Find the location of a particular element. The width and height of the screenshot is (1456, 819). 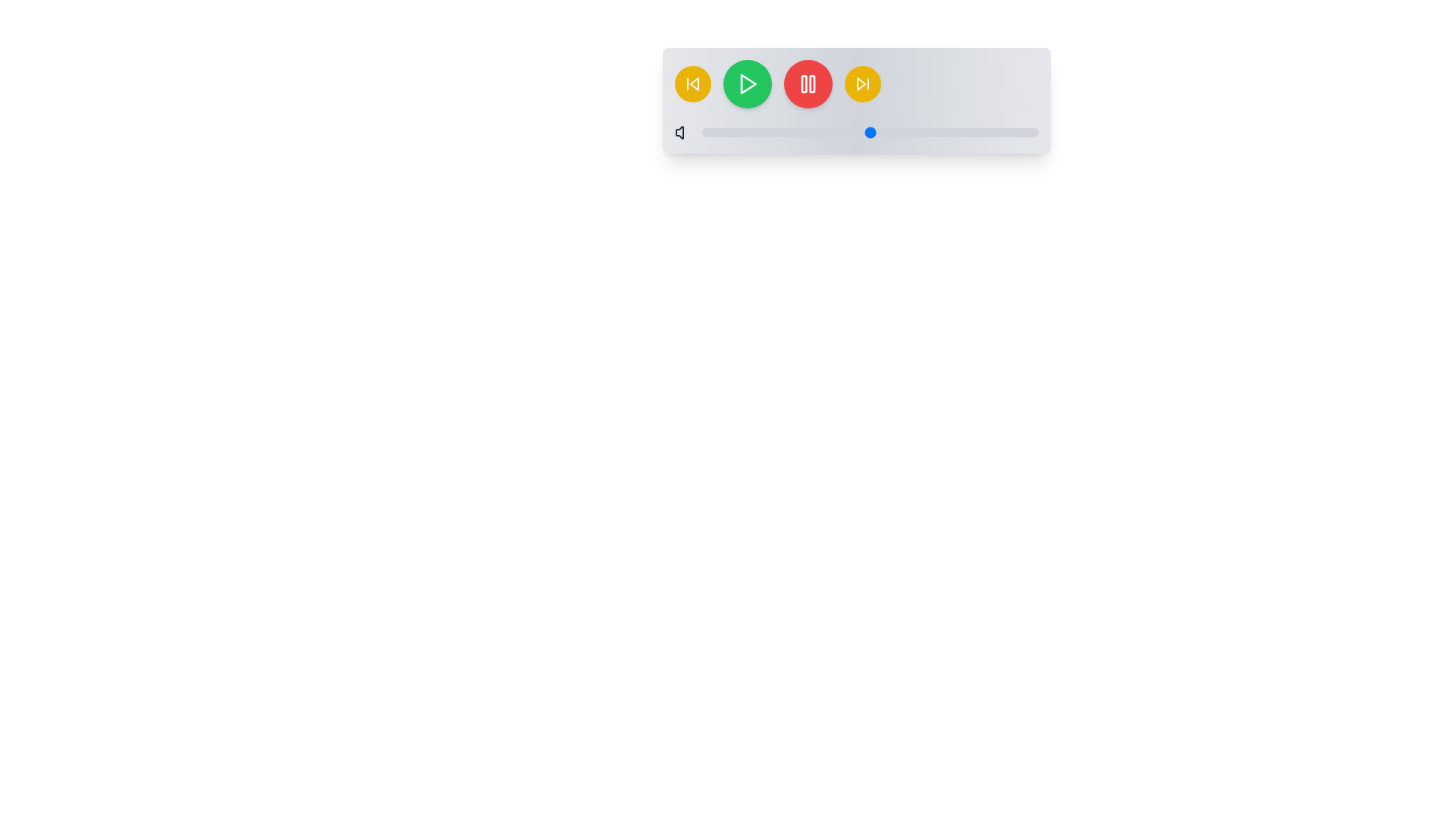

the slider is located at coordinates (1021, 131).